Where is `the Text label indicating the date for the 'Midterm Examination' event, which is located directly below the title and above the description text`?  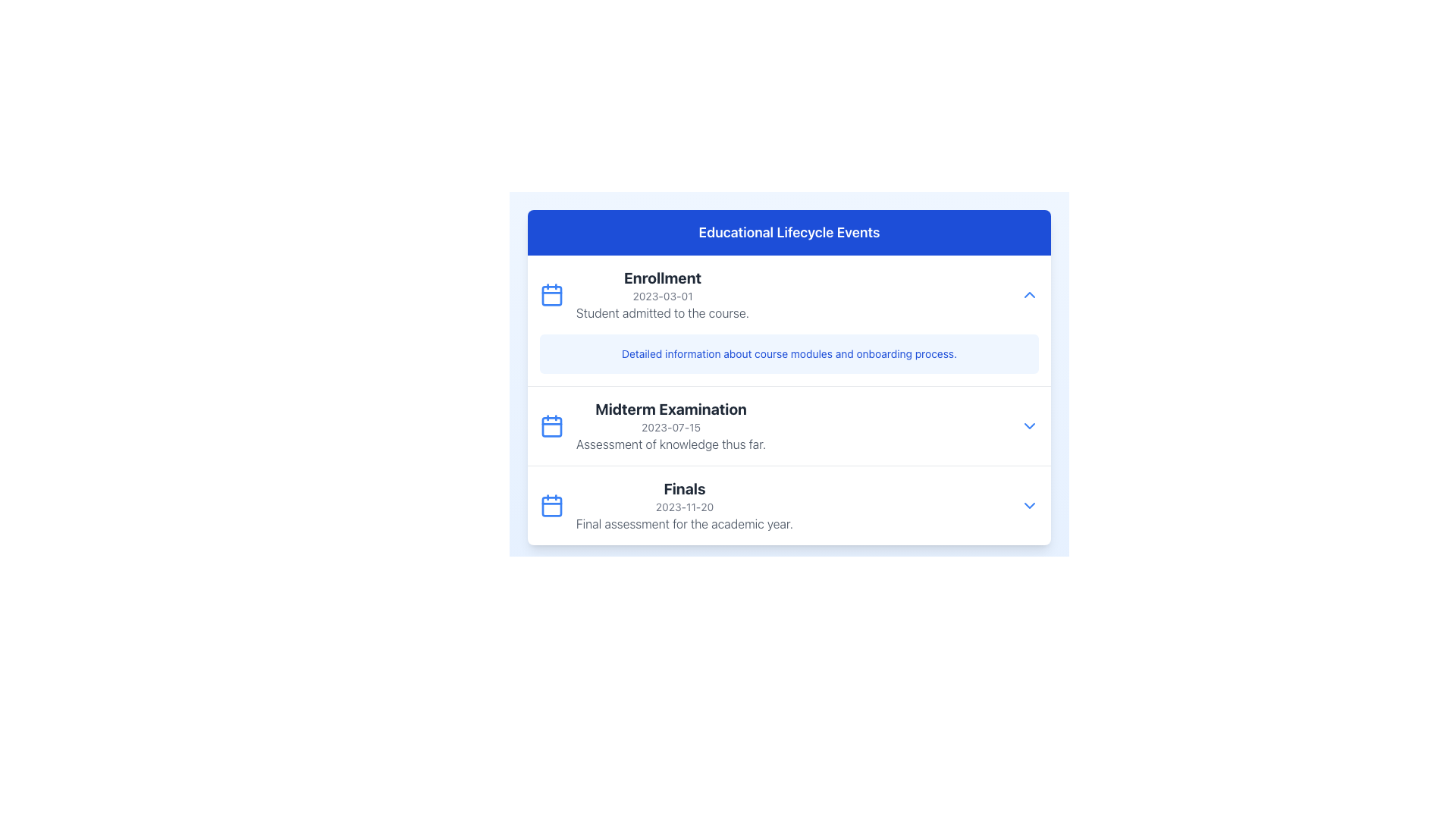
the Text label indicating the date for the 'Midterm Examination' event, which is located directly below the title and above the description text is located at coordinates (670, 427).